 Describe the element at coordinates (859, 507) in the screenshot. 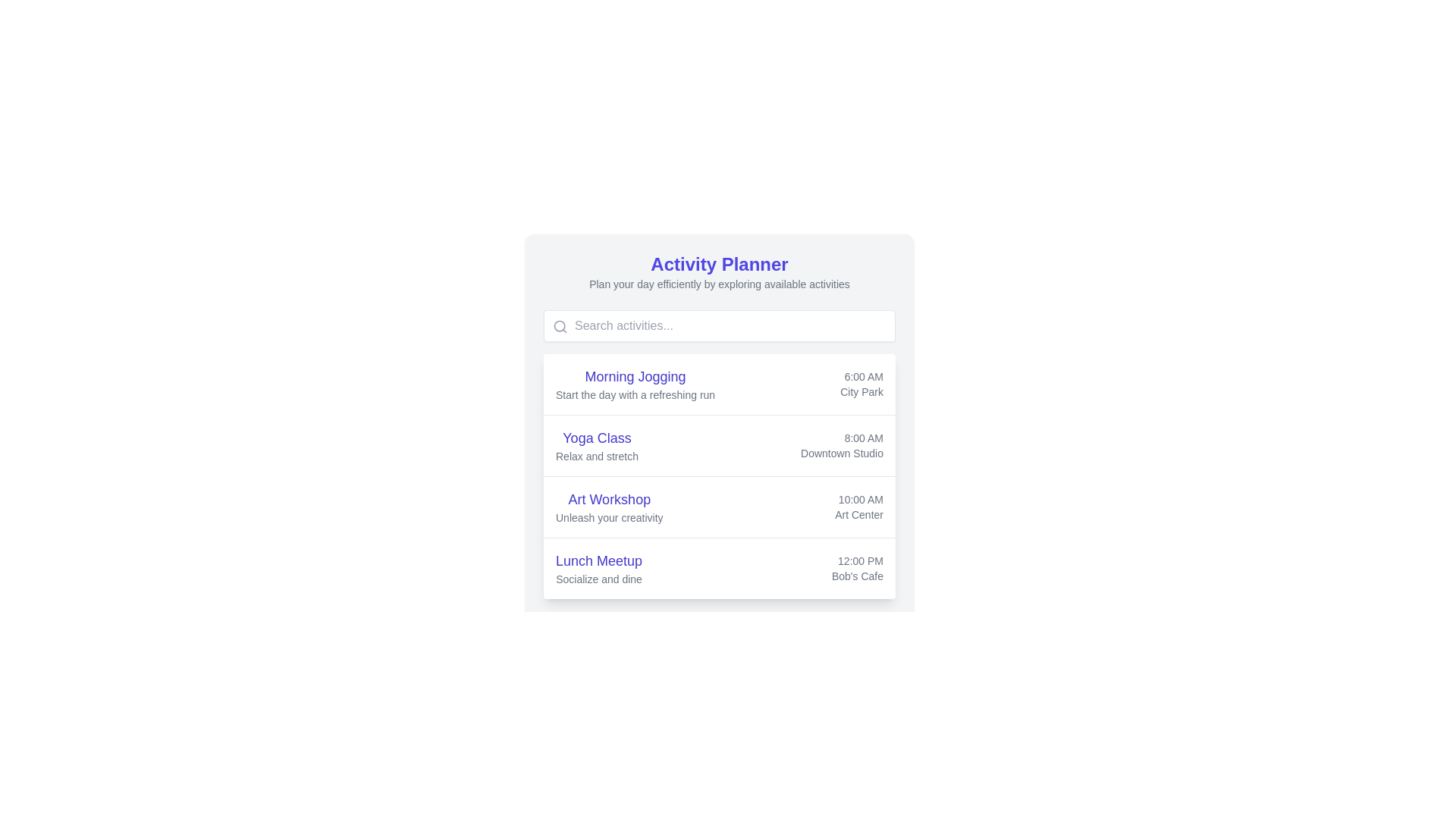

I see `text label displaying the scheduled time ('10:00 AM') and location ('Art Center') for the event under the 'Art Workshop' section, which is positioned in the right-aligned column below the description` at that location.